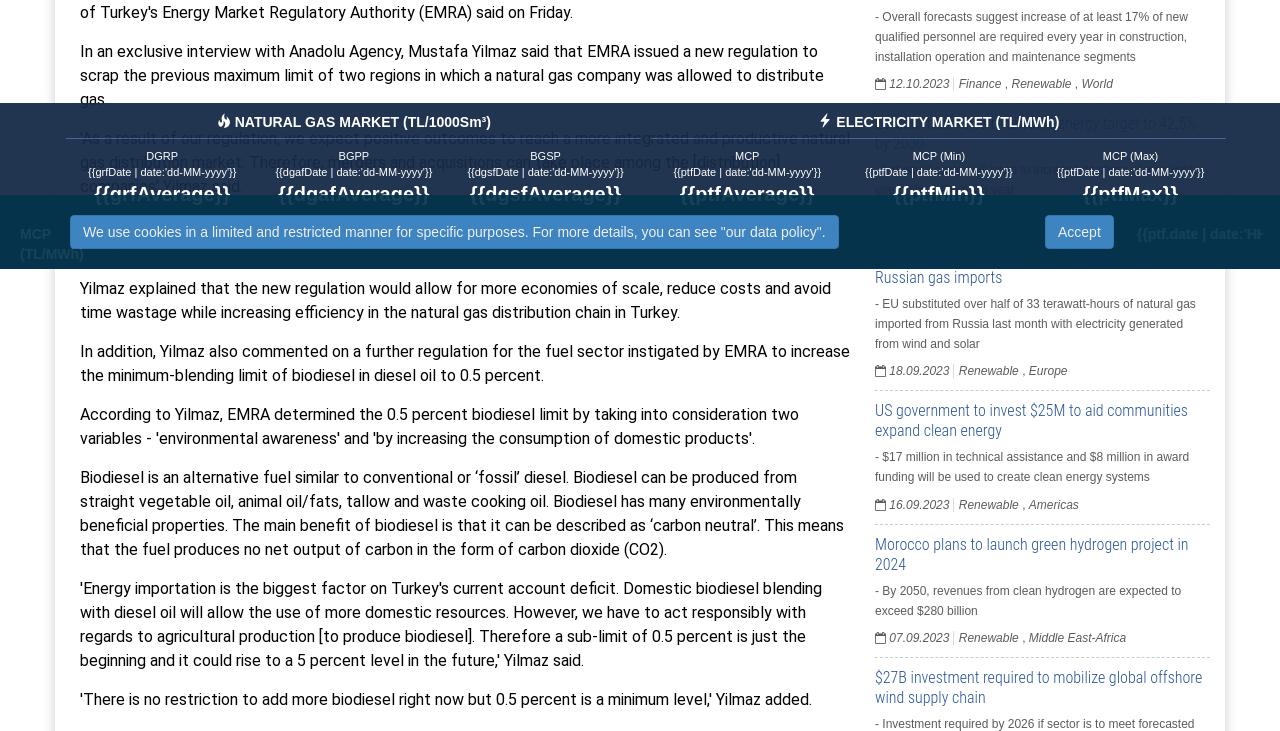 This screenshot has width=1280, height=731. Describe the element at coordinates (92, 194) in the screenshot. I see `'{{grfAverage}}'` at that location.